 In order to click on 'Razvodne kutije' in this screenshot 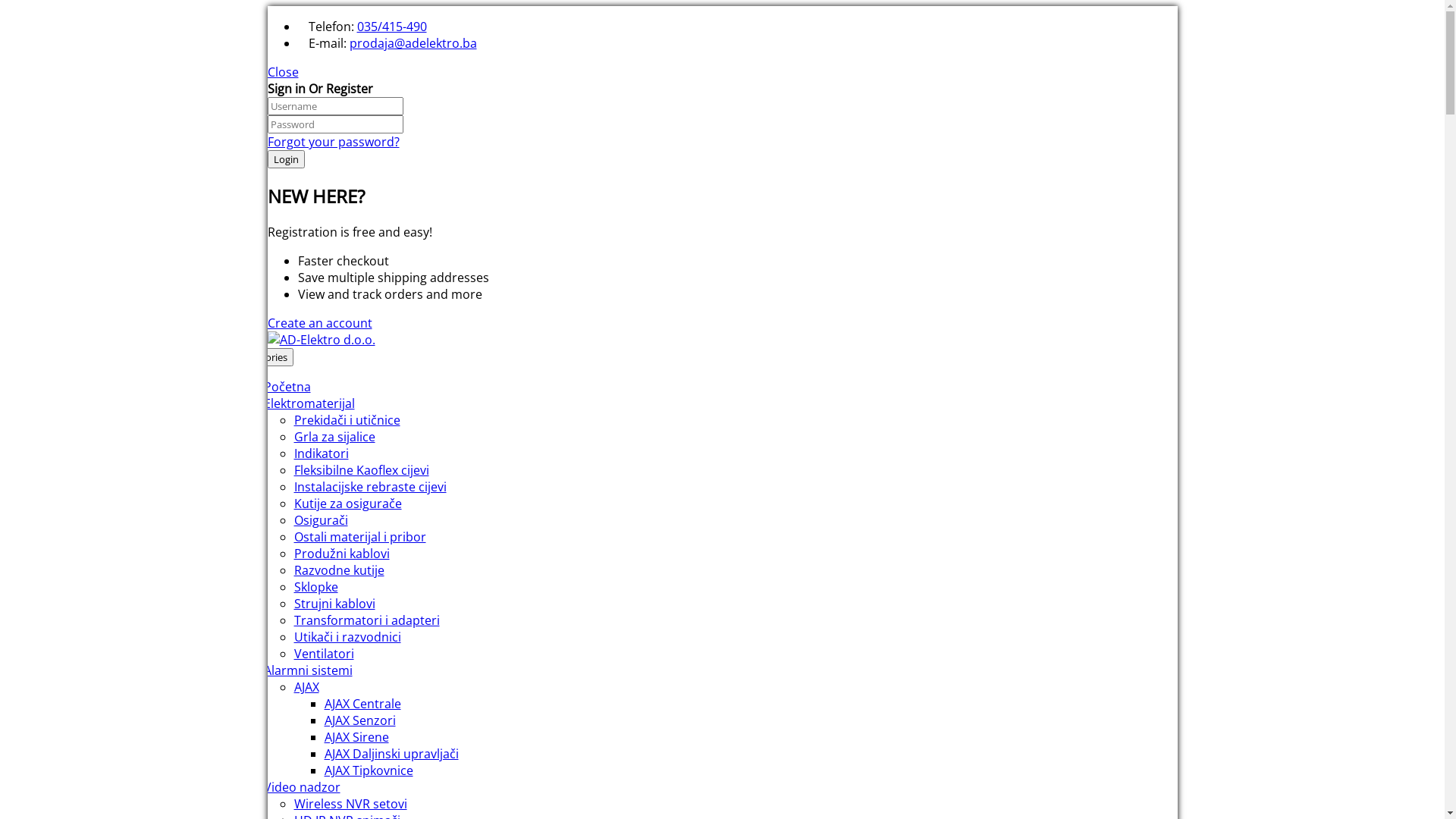, I will do `click(338, 570)`.